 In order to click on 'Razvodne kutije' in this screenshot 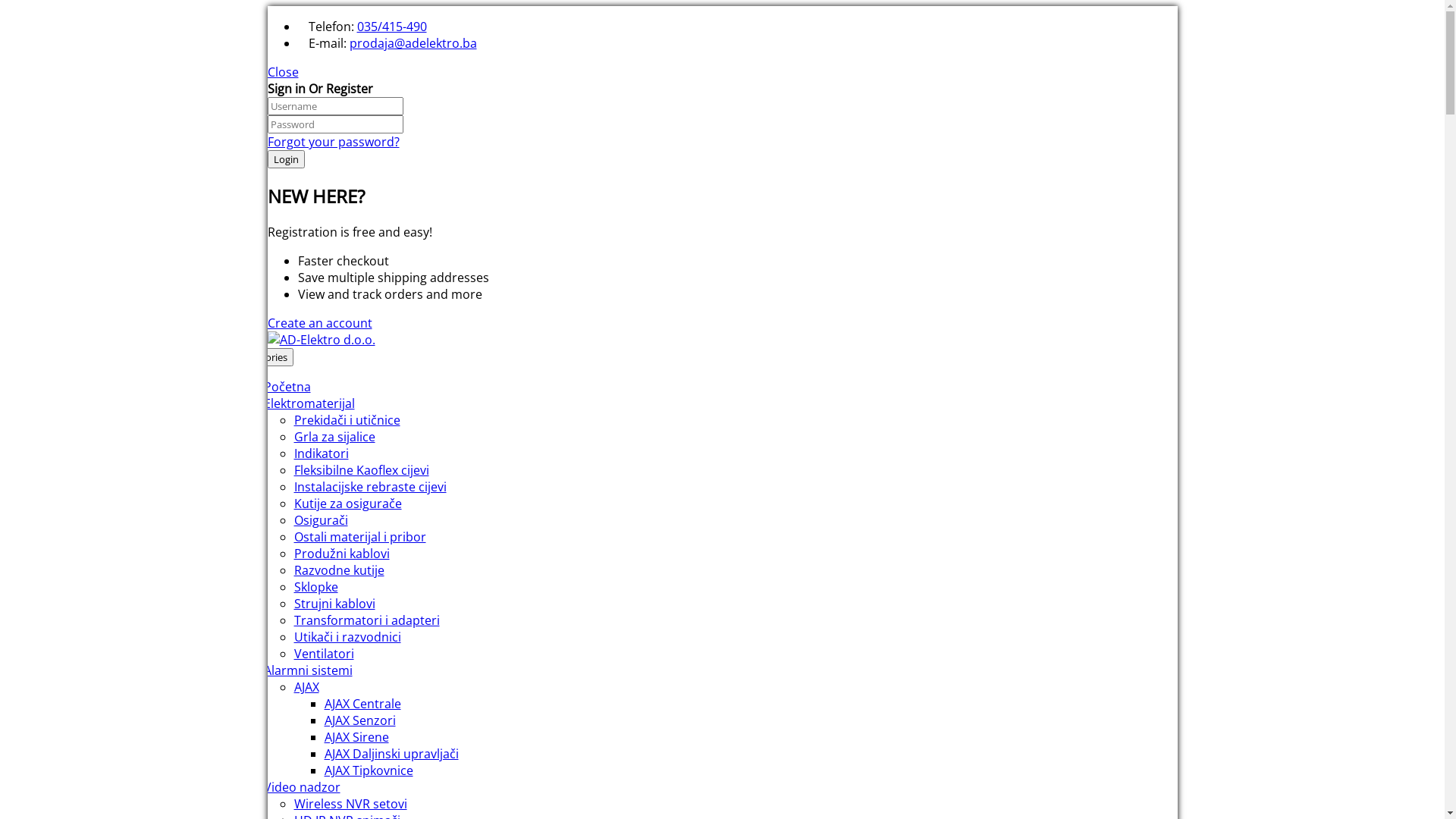, I will do `click(338, 570)`.